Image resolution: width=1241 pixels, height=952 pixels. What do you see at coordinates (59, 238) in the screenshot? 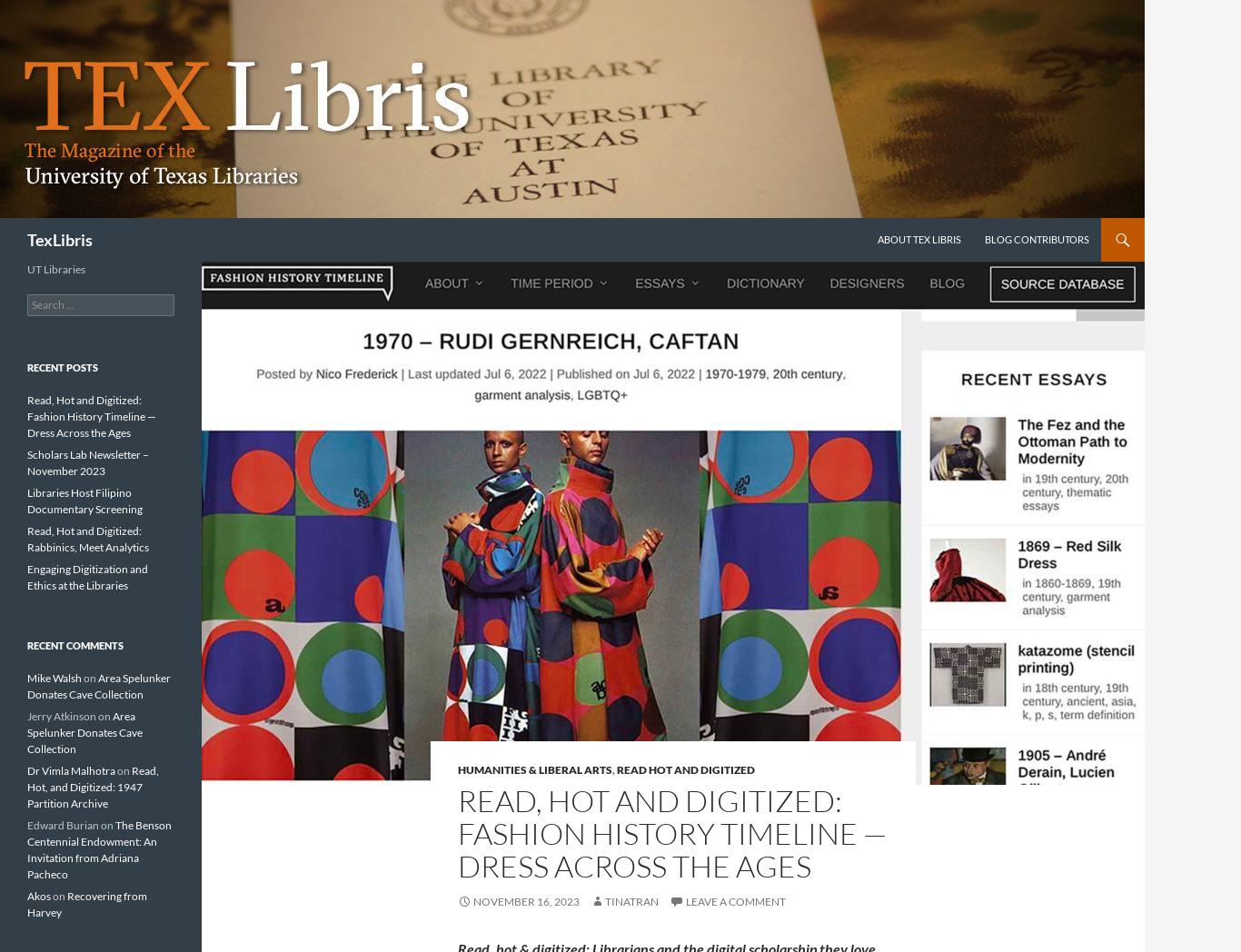
I see `'TexLibris'` at bounding box center [59, 238].